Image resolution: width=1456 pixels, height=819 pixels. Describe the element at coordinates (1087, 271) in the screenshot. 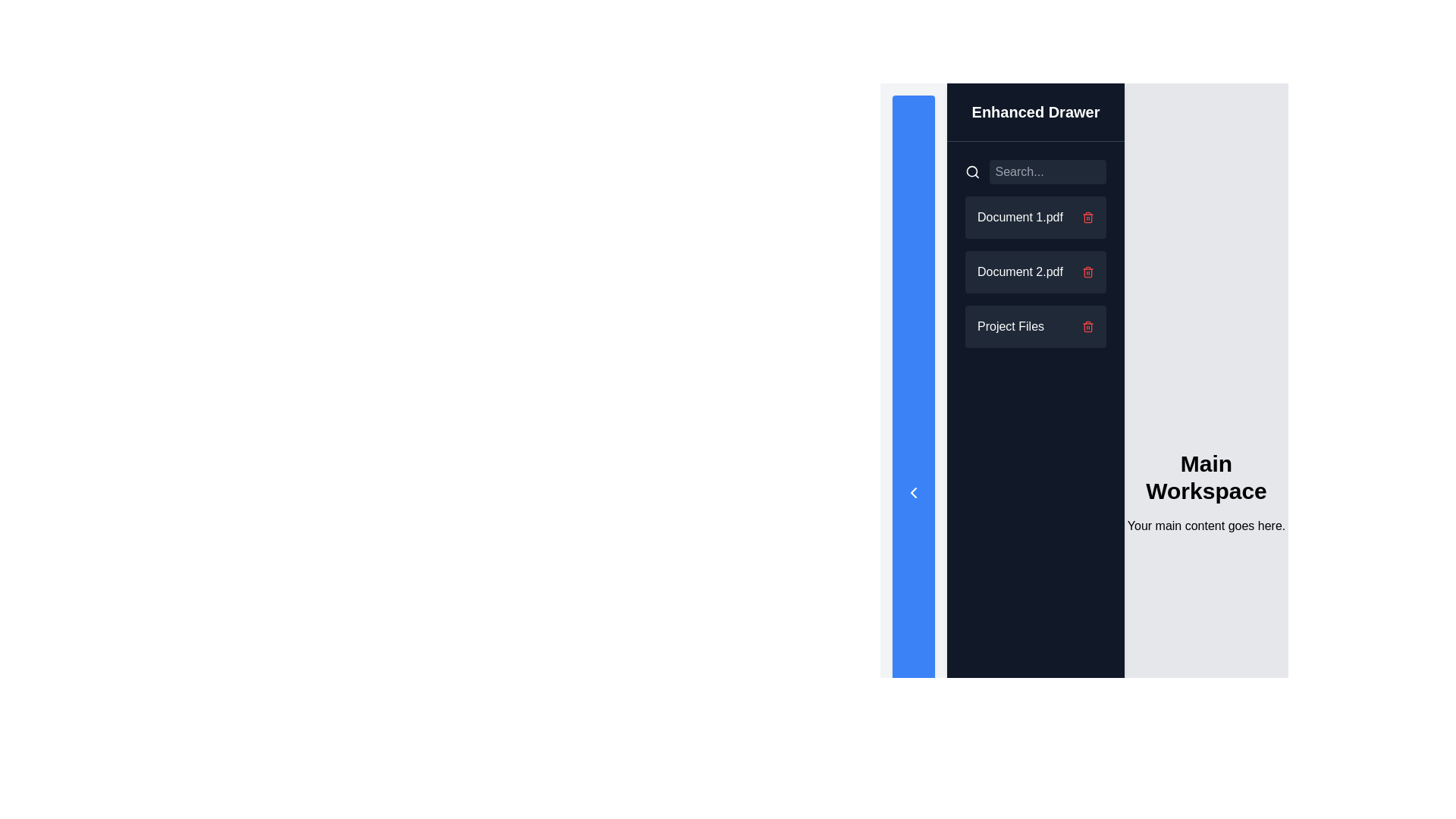

I see `the red trash-bin-shaped icon button located to the right of the 'Document 2.pdf' text in the second row of the 'Enhanced Drawer' panel to observe its hover effect` at that location.